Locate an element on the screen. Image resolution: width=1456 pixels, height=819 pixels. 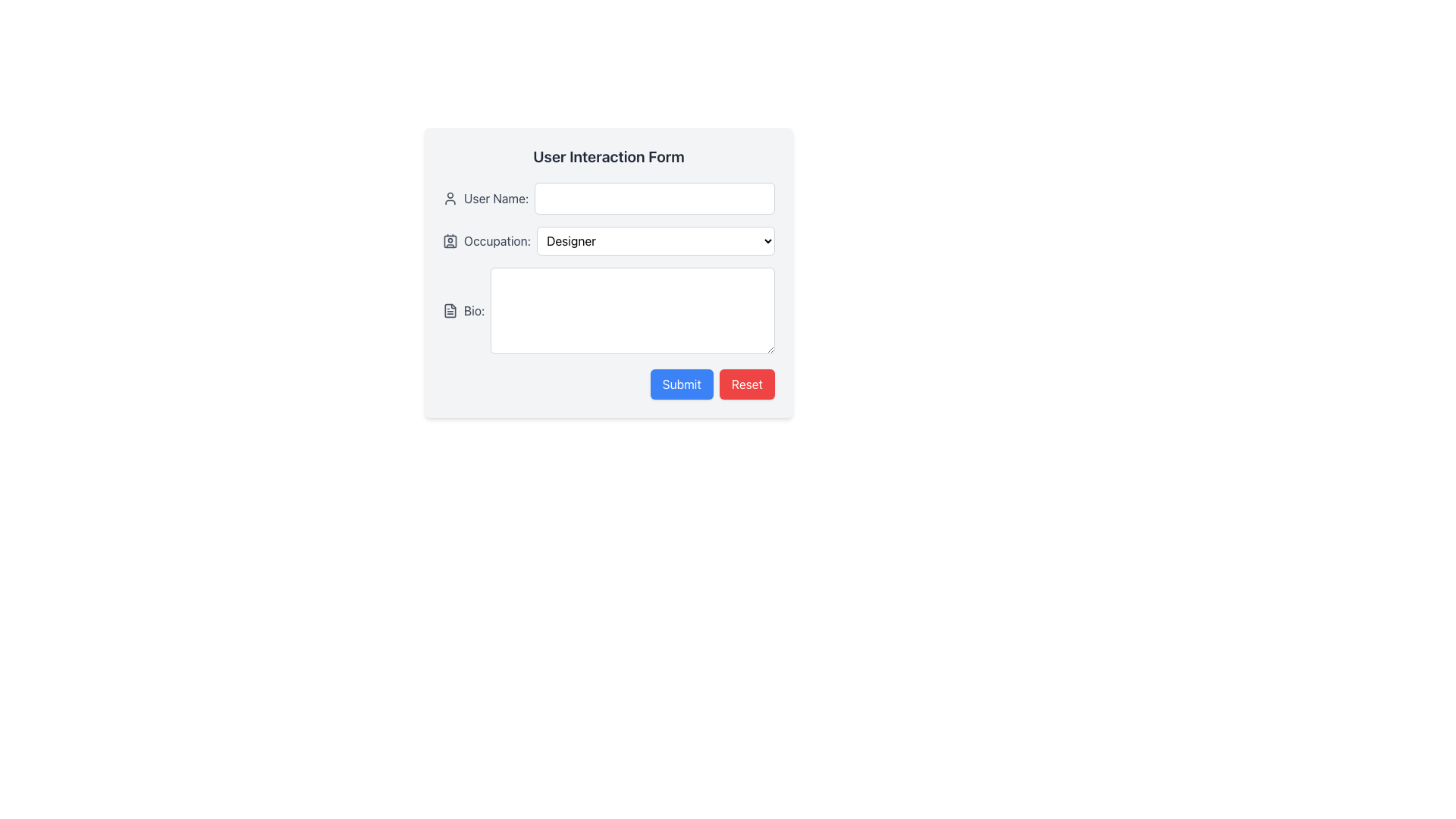
an occupation from the dropdown menu situated to the right of the label 'Occupation:' in the vertical form layout is located at coordinates (655, 240).